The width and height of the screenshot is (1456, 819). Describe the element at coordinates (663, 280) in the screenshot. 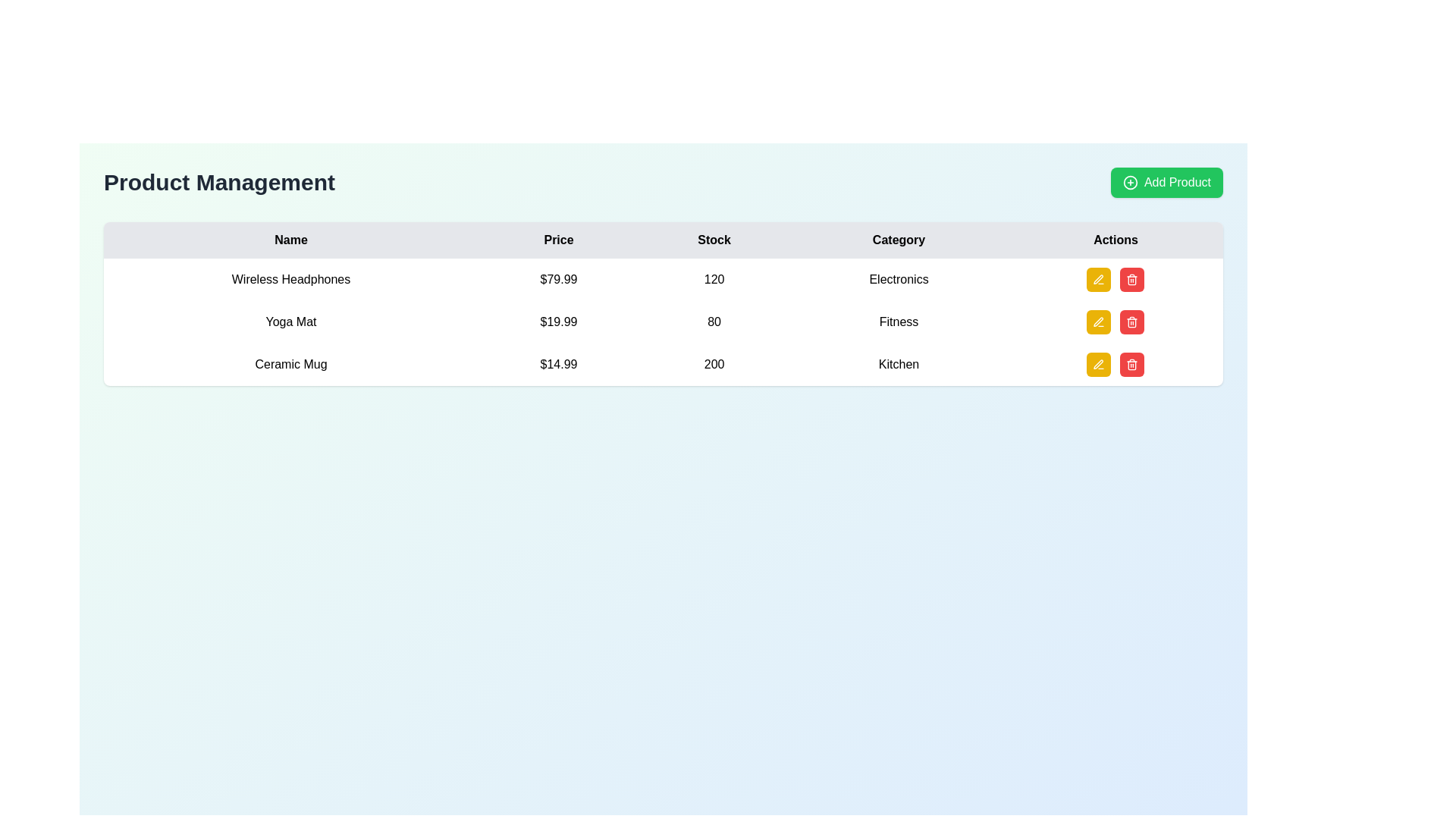

I see `the top entry row in the Product Management table, which displays details for 'Wireless Headphones'` at that location.